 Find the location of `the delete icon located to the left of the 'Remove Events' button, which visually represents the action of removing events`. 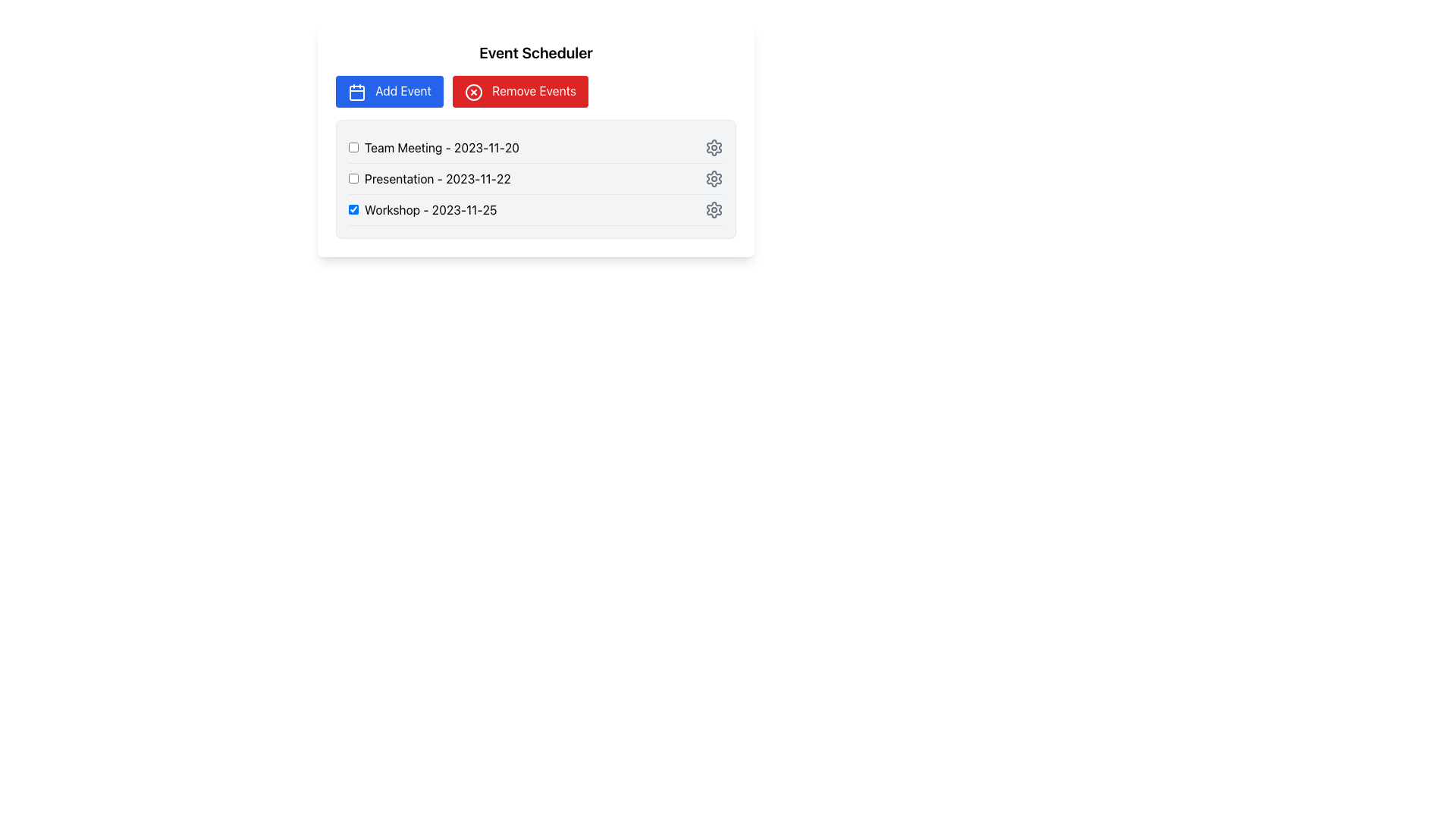

the delete icon located to the left of the 'Remove Events' button, which visually represents the action of removing events is located at coordinates (472, 92).